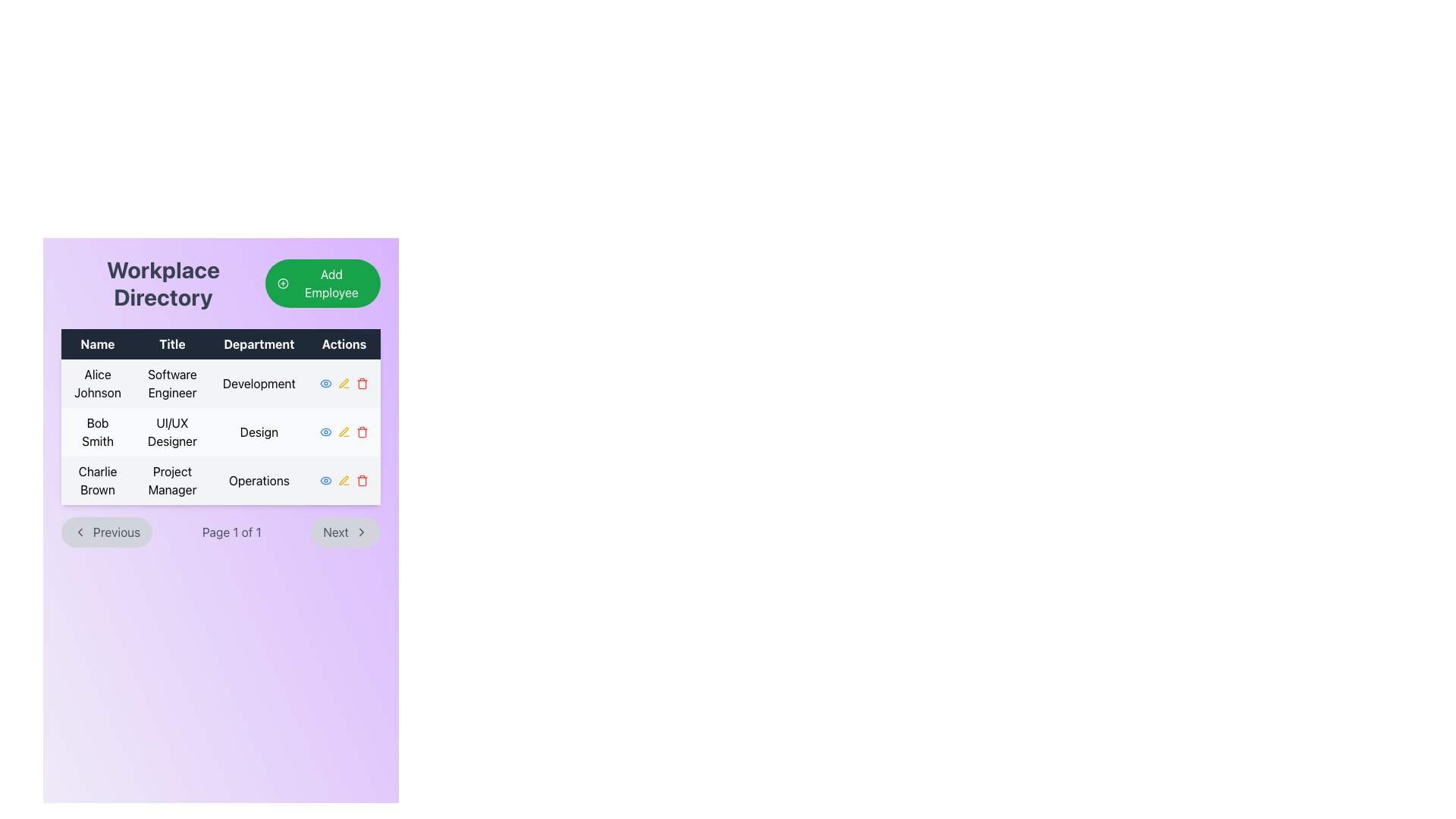 The height and width of the screenshot is (819, 1456). What do you see at coordinates (342, 480) in the screenshot?
I see `each interactive icon in the group under the 'Actions' column for the row associated with 'Charlie Brown'` at bounding box center [342, 480].